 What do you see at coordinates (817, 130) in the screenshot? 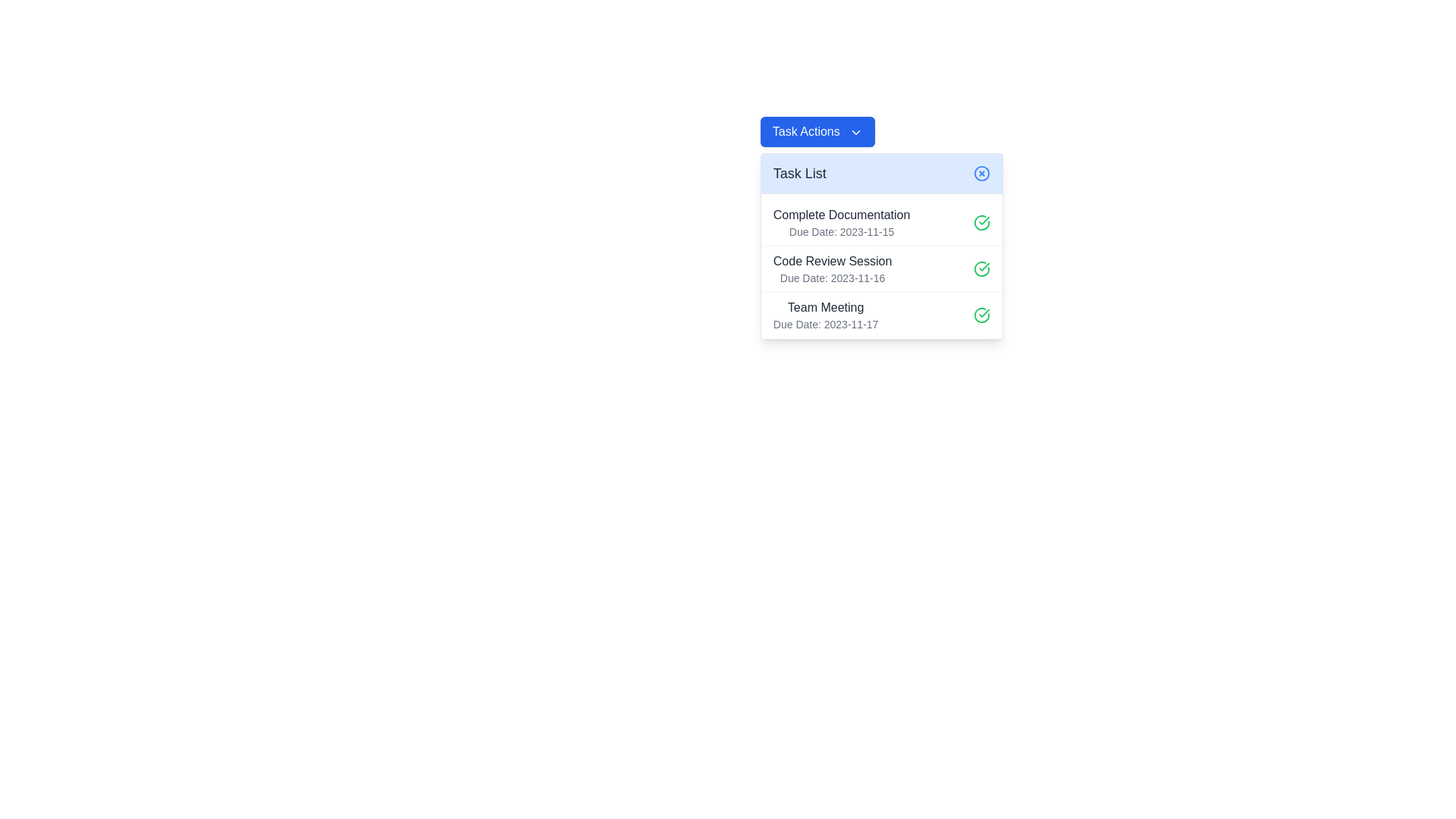
I see `the blue button labeled 'Task Actions' with a chevron-down icon` at bounding box center [817, 130].